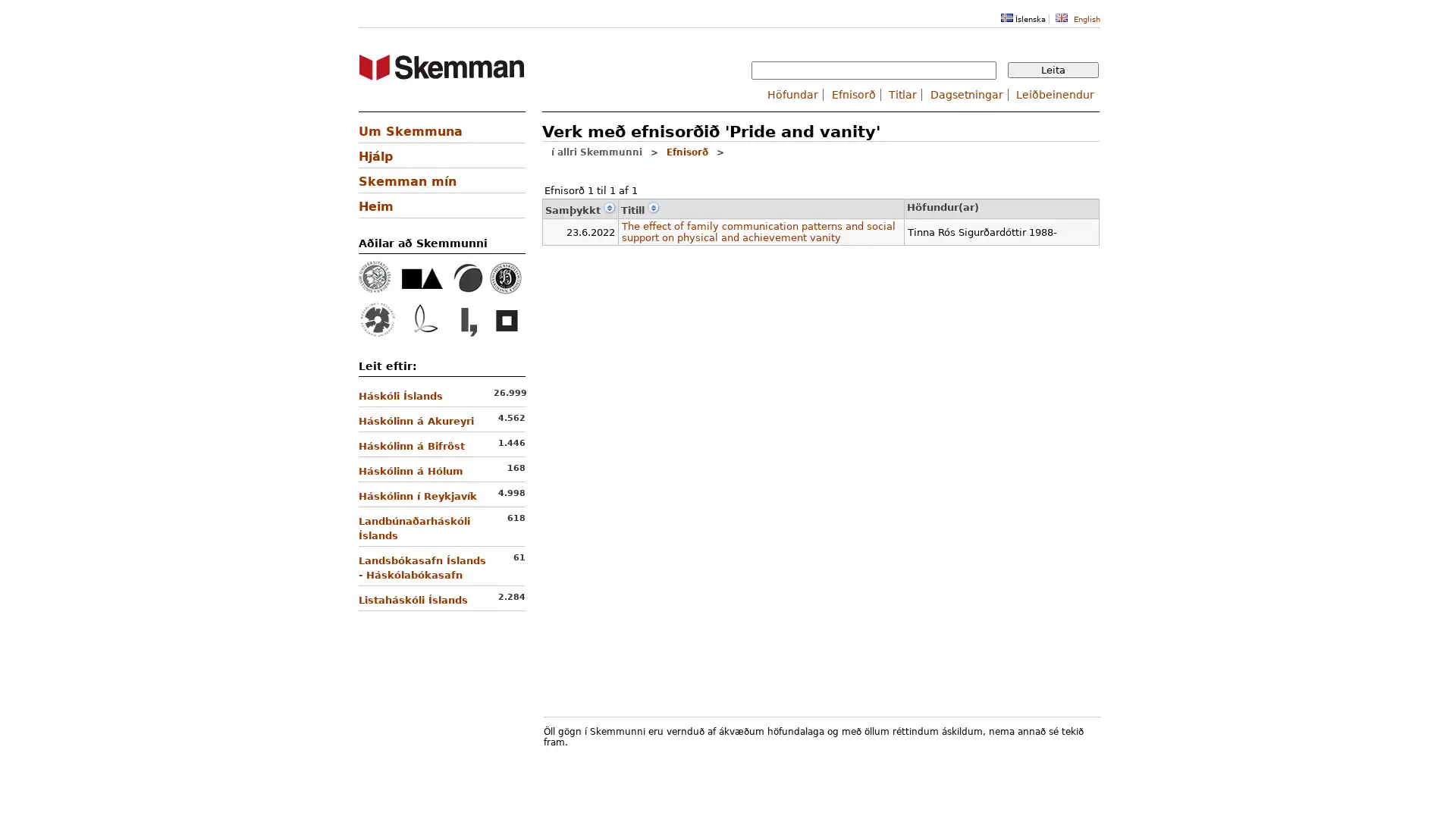 Image resolution: width=1456 pixels, height=819 pixels. What do you see at coordinates (1052, 70) in the screenshot?
I see `Leita` at bounding box center [1052, 70].